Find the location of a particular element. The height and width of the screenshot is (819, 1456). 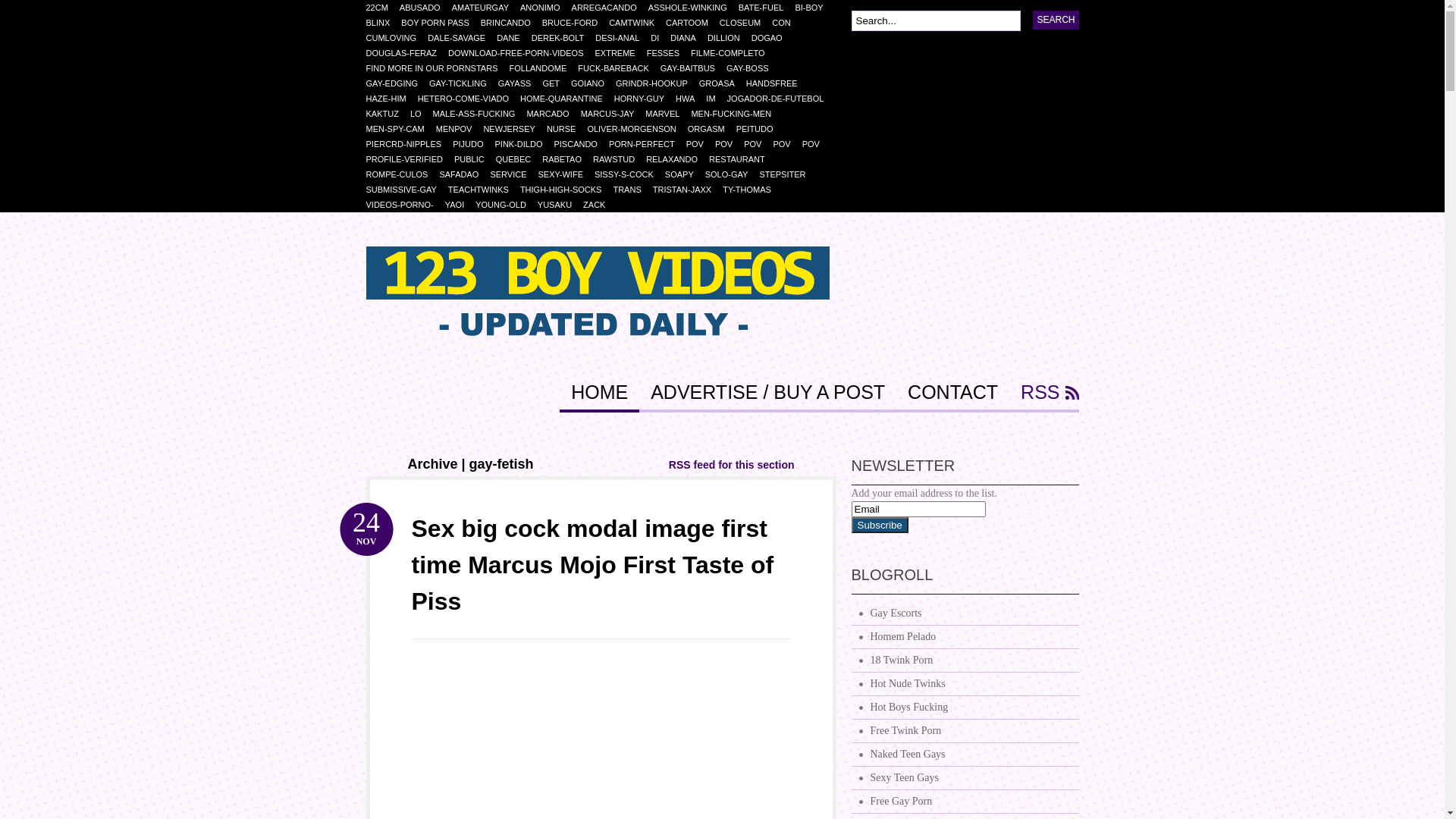

'FIND MORE IN OUR PORNSTARS' is located at coordinates (436, 67).